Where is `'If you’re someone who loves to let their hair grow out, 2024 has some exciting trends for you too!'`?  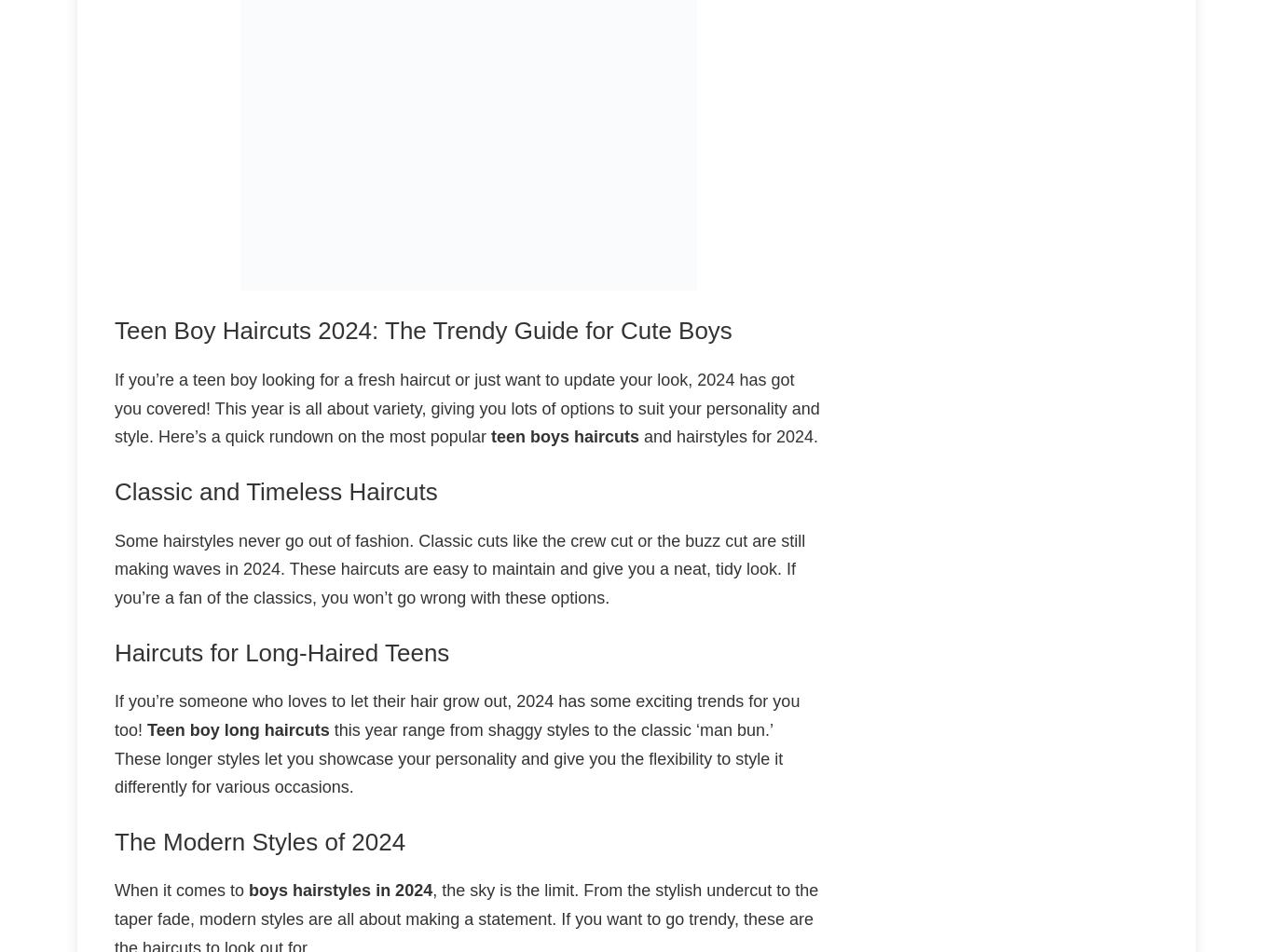 'If you’re someone who loves to let their hair grow out, 2024 has some exciting trends for you too!' is located at coordinates (457, 715).